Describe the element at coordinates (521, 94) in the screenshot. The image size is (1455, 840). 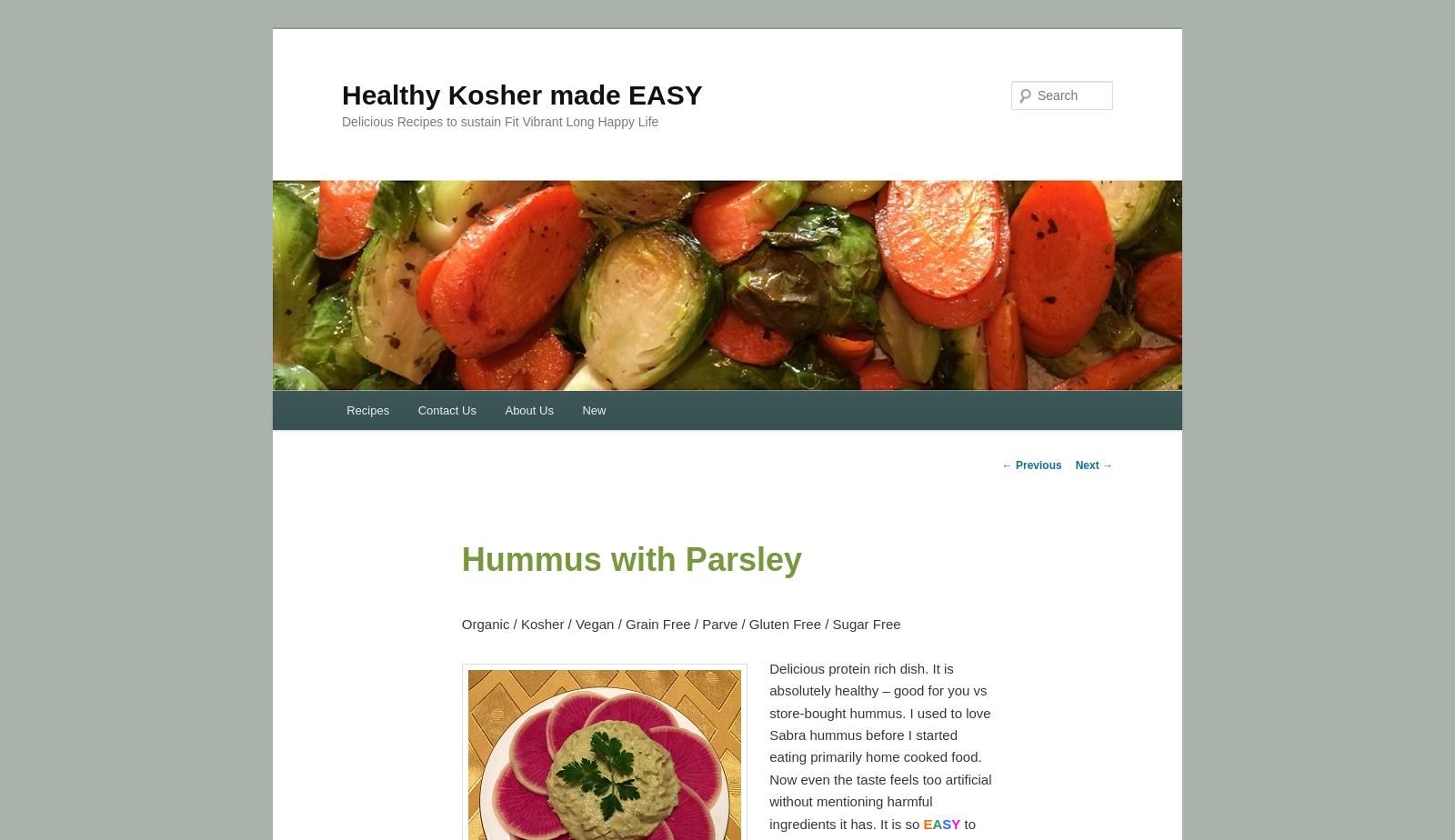
I see `'Healthy Kosher made EASY'` at that location.